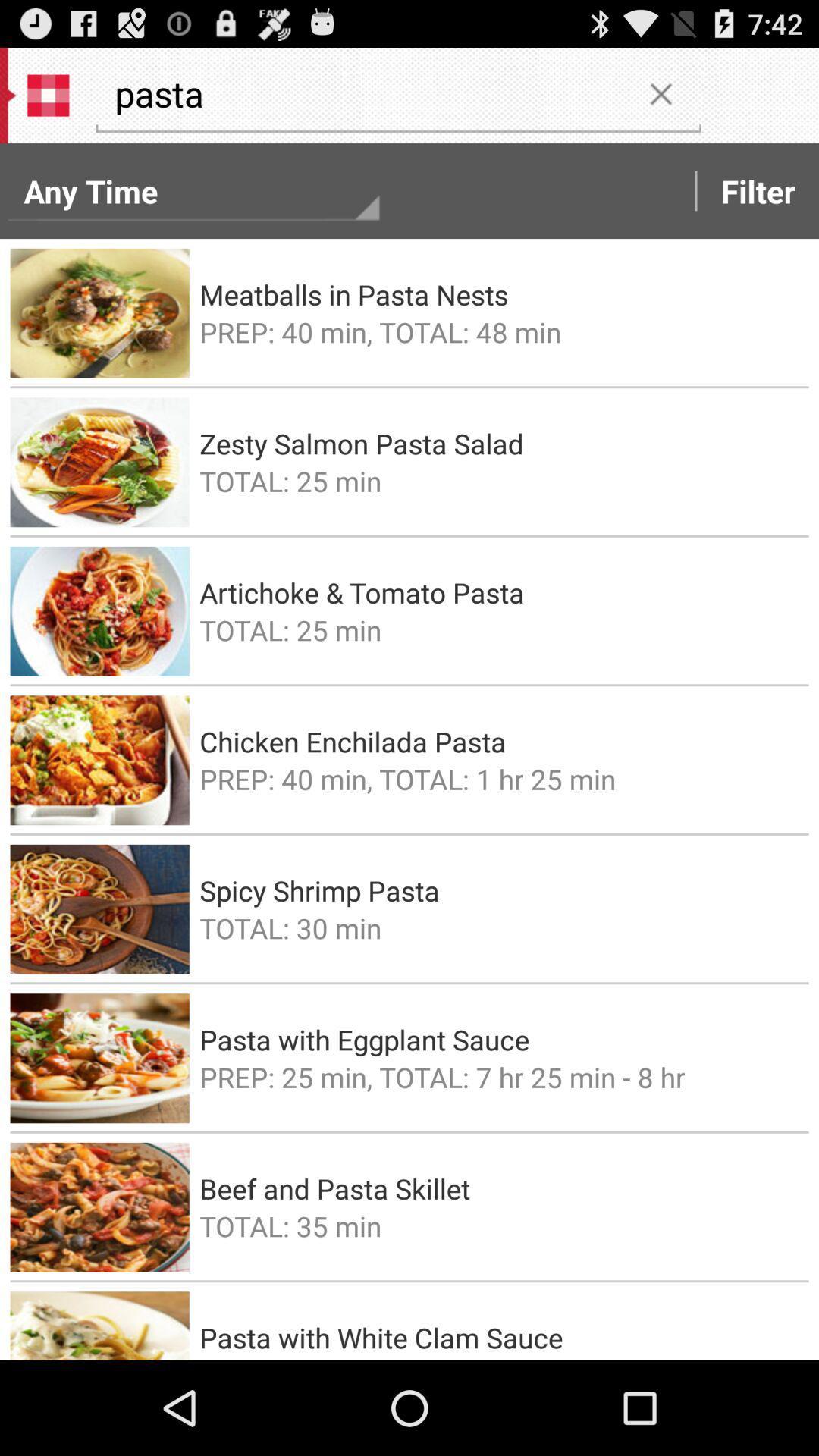 Image resolution: width=819 pixels, height=1456 pixels. What do you see at coordinates (499, 1188) in the screenshot?
I see `the beef and pasta icon` at bounding box center [499, 1188].